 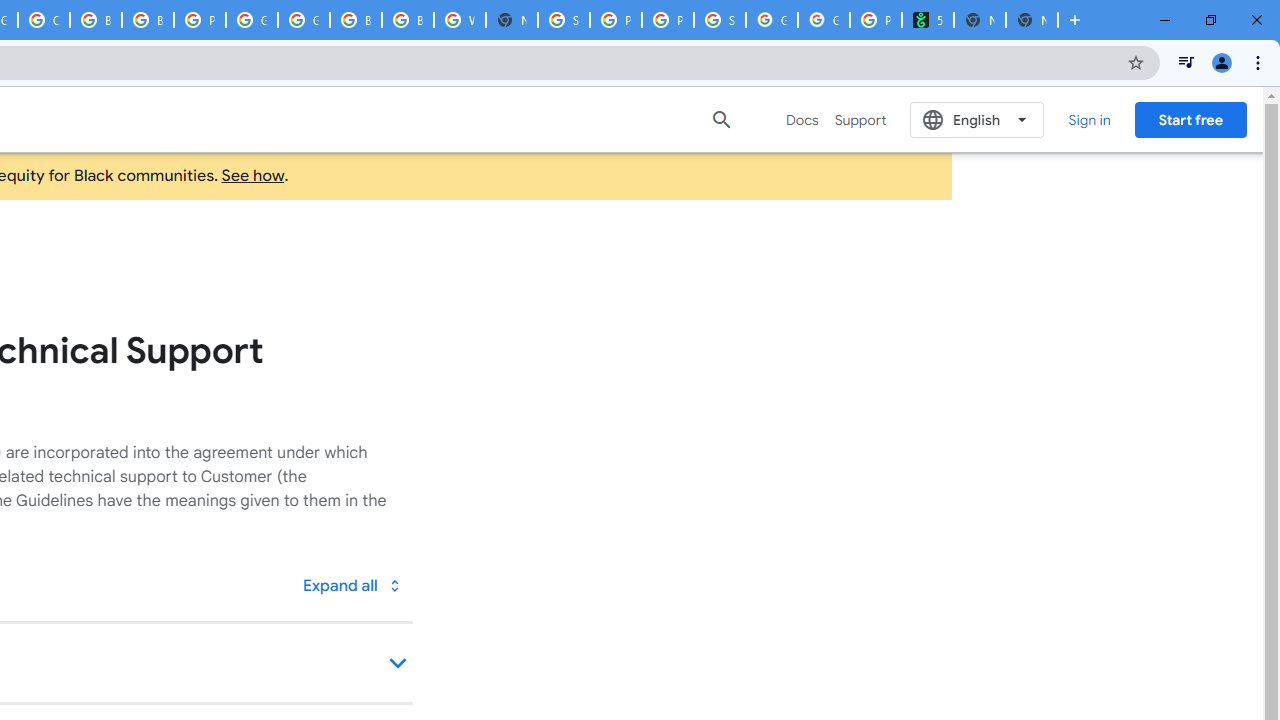 What do you see at coordinates (252, 175) in the screenshot?
I see `'See how'` at bounding box center [252, 175].